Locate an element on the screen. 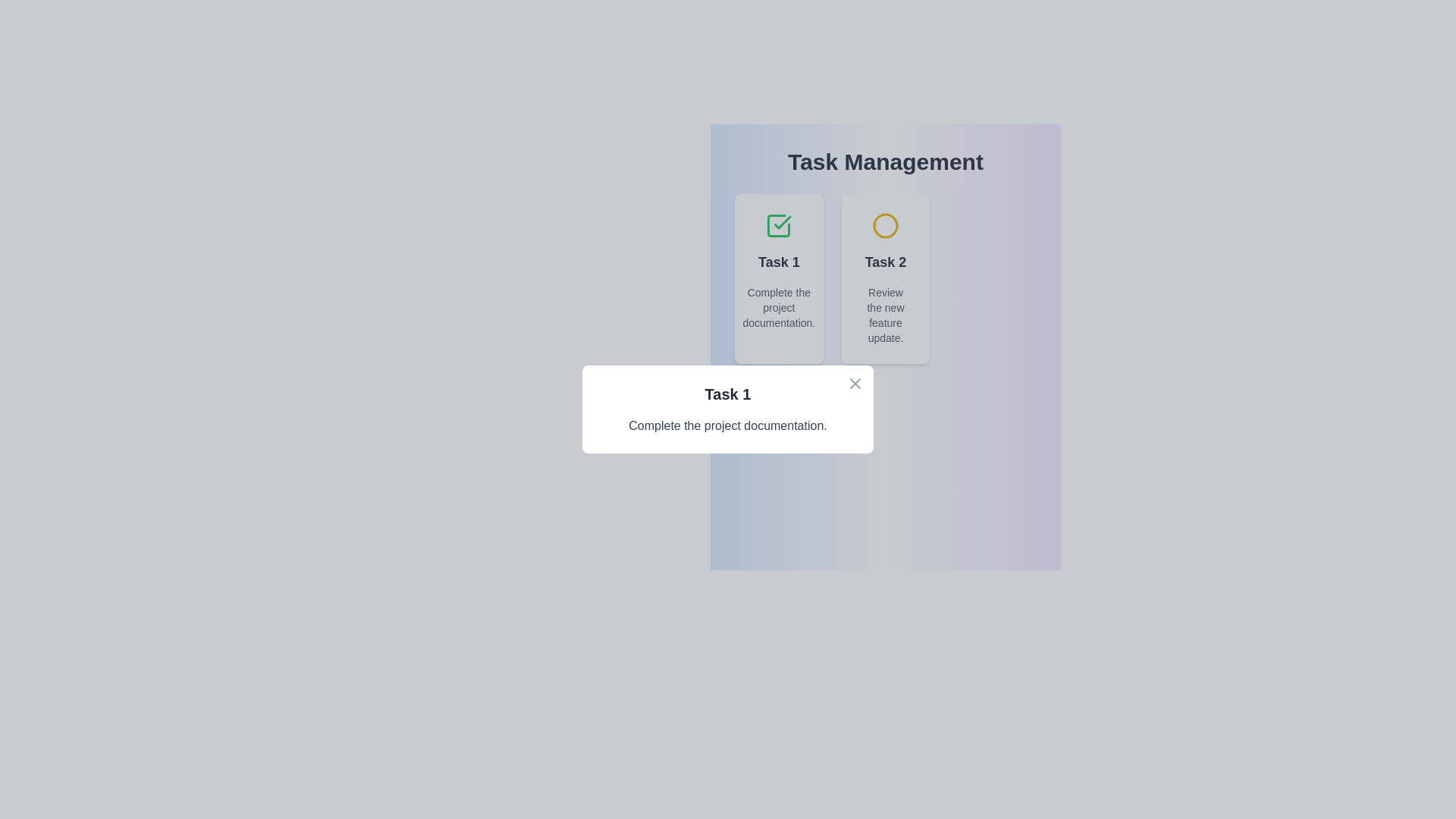 The height and width of the screenshot is (819, 1456). the Close button icon, which is a minimalistic 'X' shape located in the top-right corner of a modal window is located at coordinates (855, 382).